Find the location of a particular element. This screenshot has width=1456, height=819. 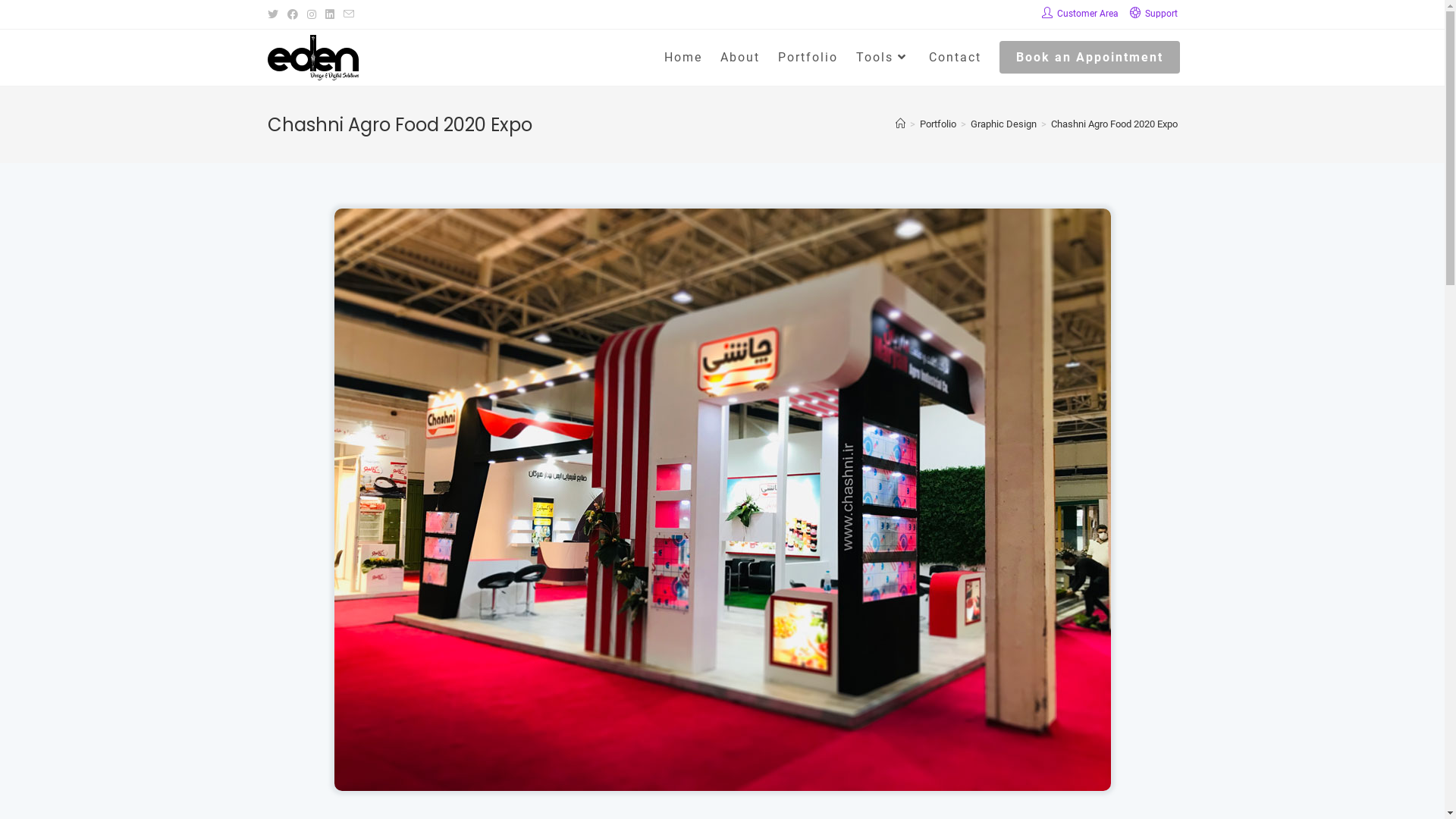

'Letterhead Print' is located at coordinates (1062, 540).